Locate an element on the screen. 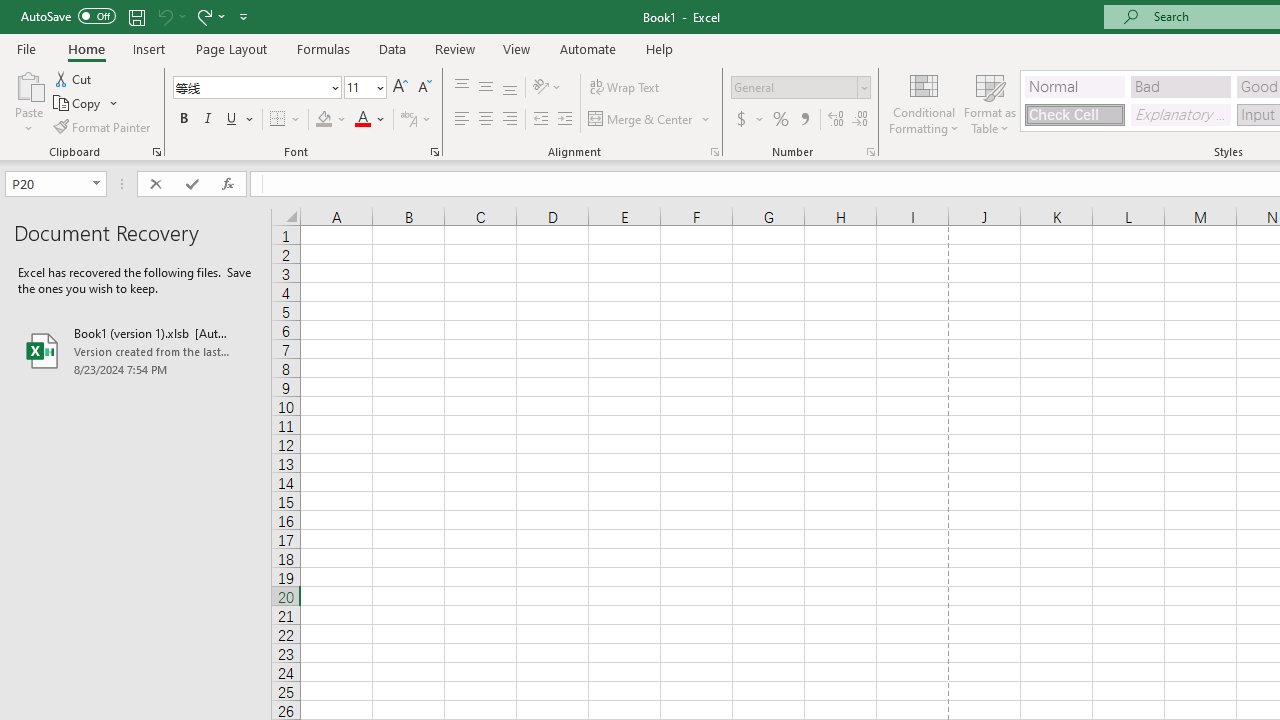 This screenshot has width=1280, height=720. 'Increase Font Size' is located at coordinates (400, 86).